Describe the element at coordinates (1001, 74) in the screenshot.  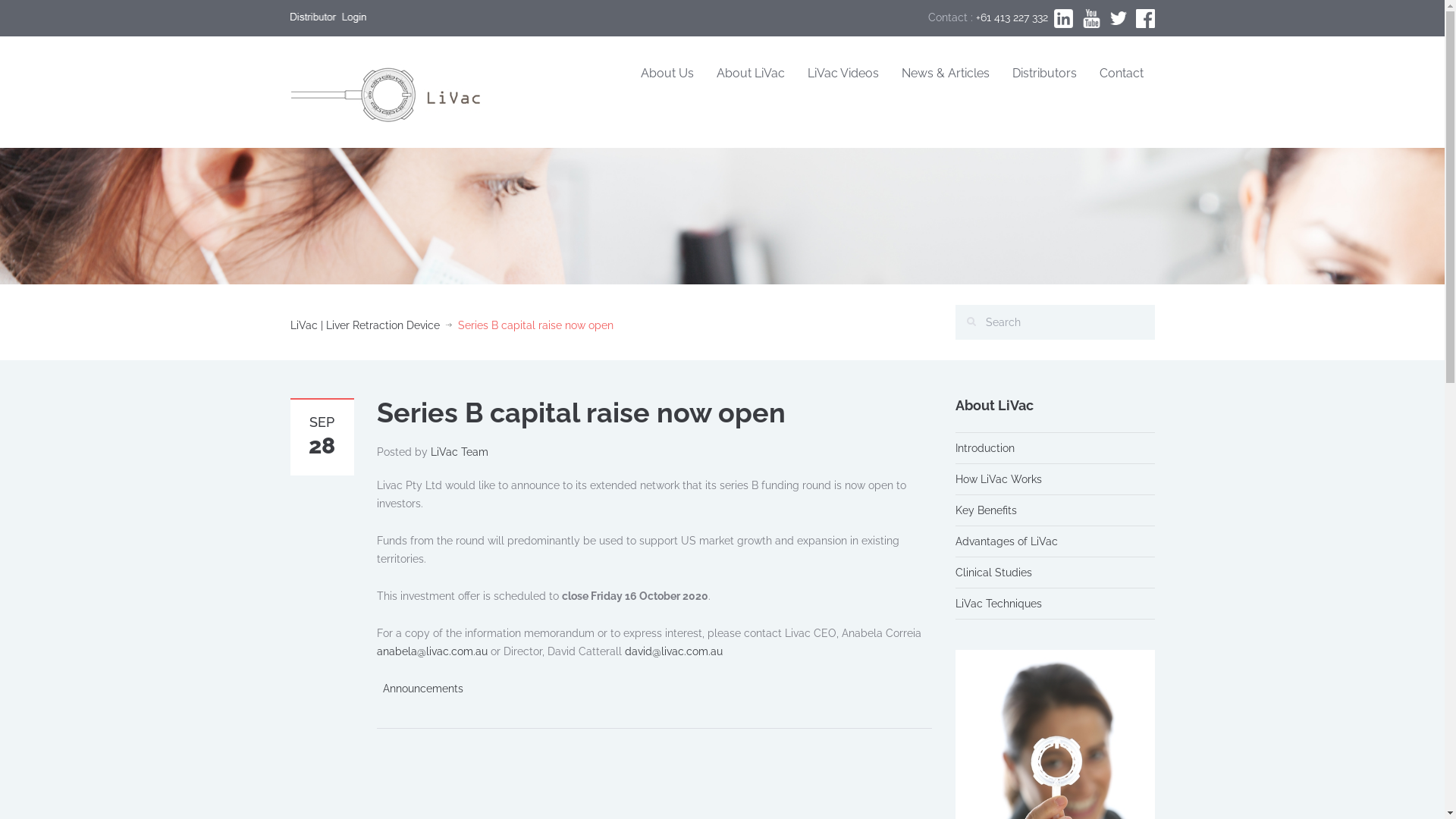
I see `'Distributors'` at that location.